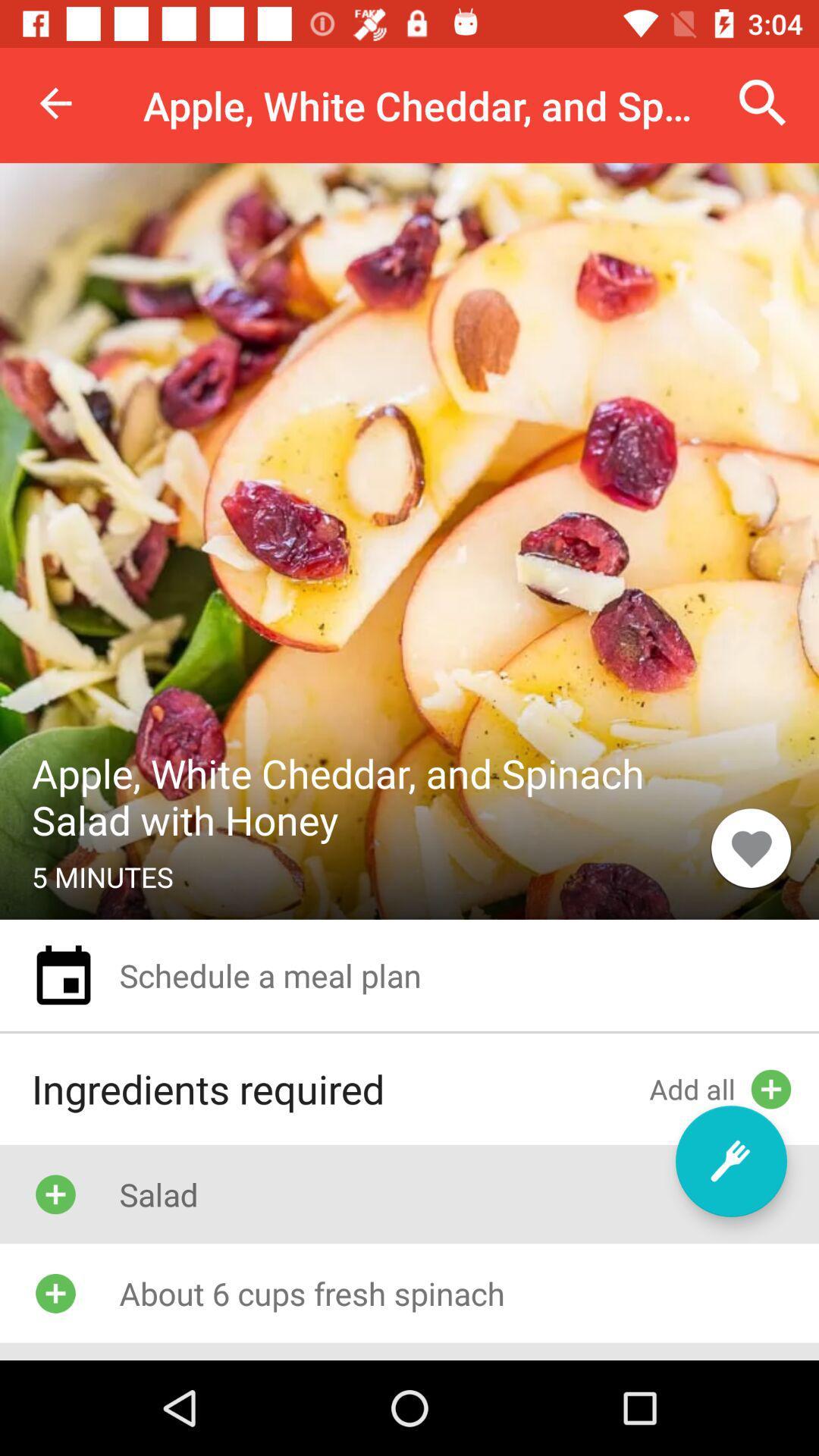 The image size is (819, 1456). I want to click on the edit icon, so click(730, 1160).